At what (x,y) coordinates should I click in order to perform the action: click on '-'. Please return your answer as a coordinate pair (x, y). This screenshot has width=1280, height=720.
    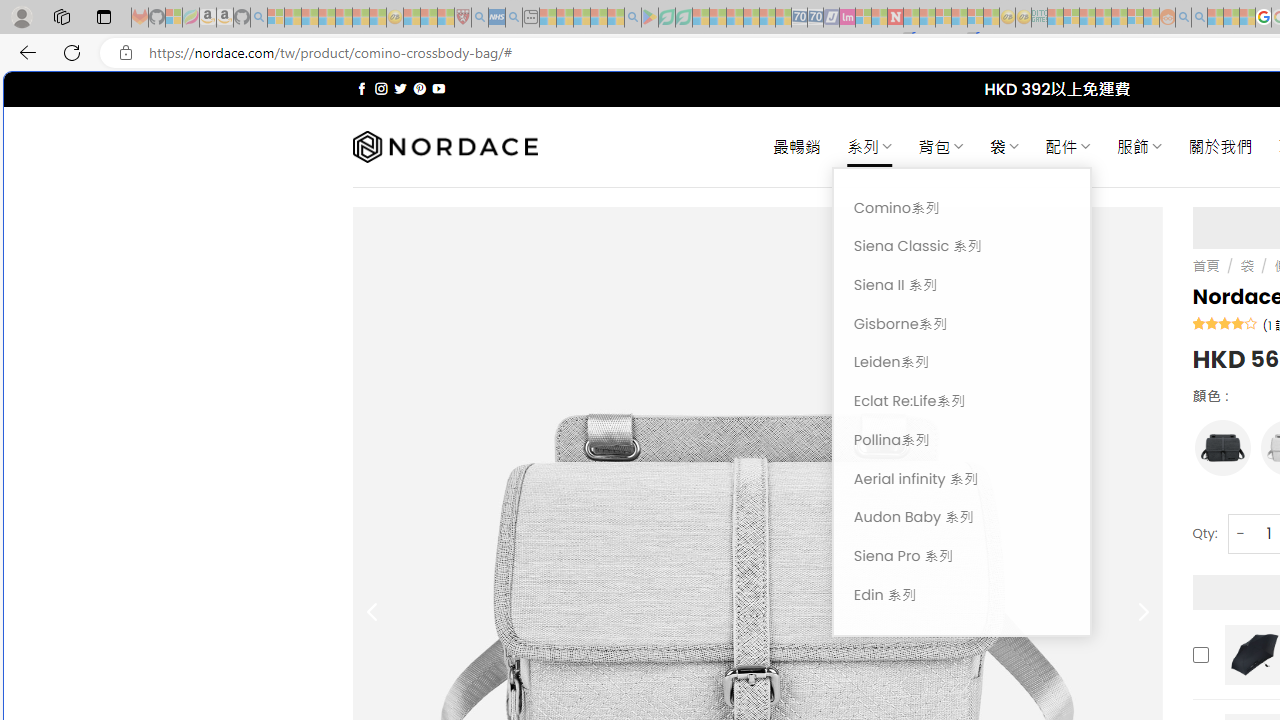
    Looking at the image, I should click on (1239, 532).